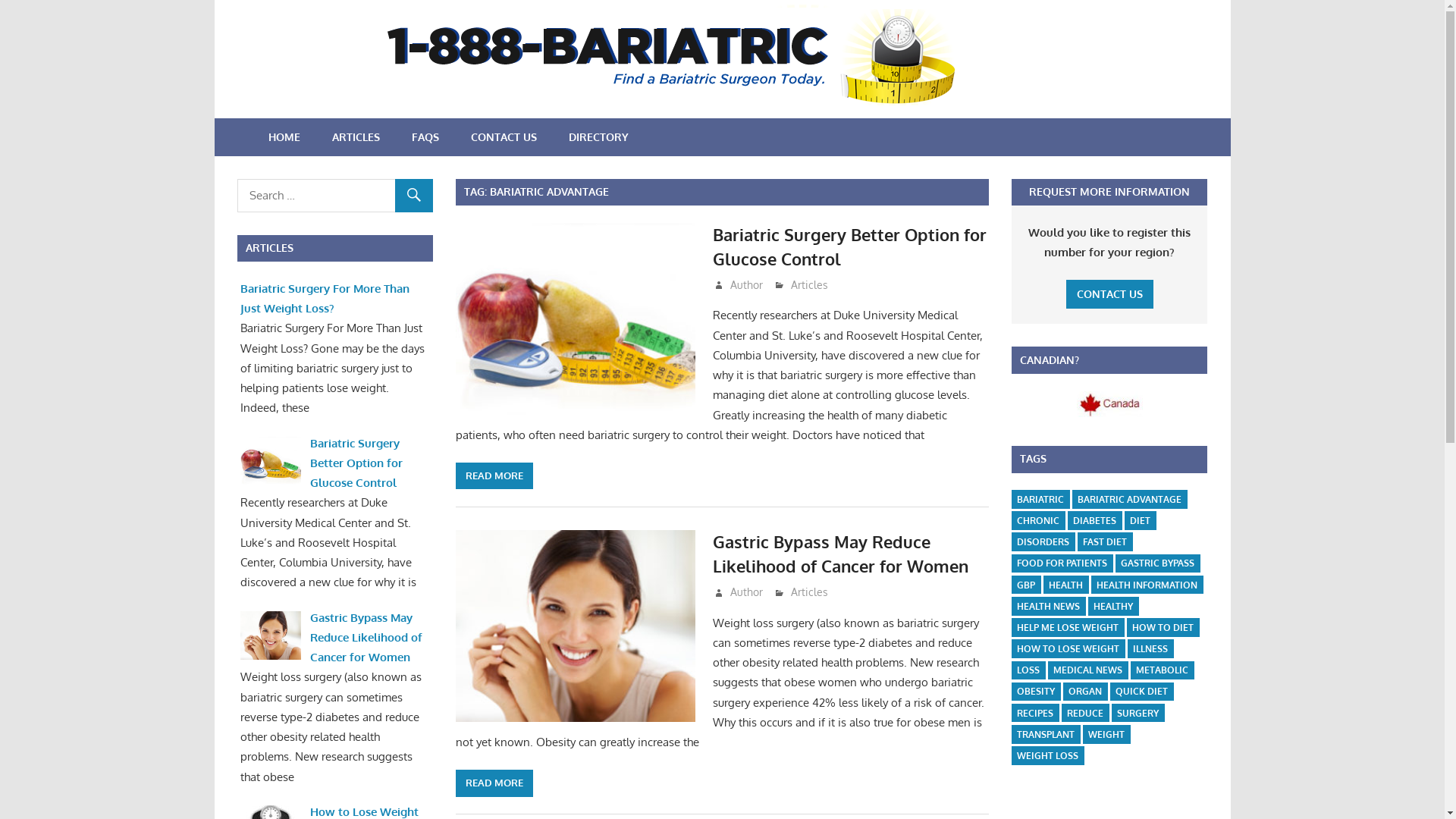 This screenshot has width=1456, height=819. What do you see at coordinates (746, 284) in the screenshot?
I see `'Author'` at bounding box center [746, 284].